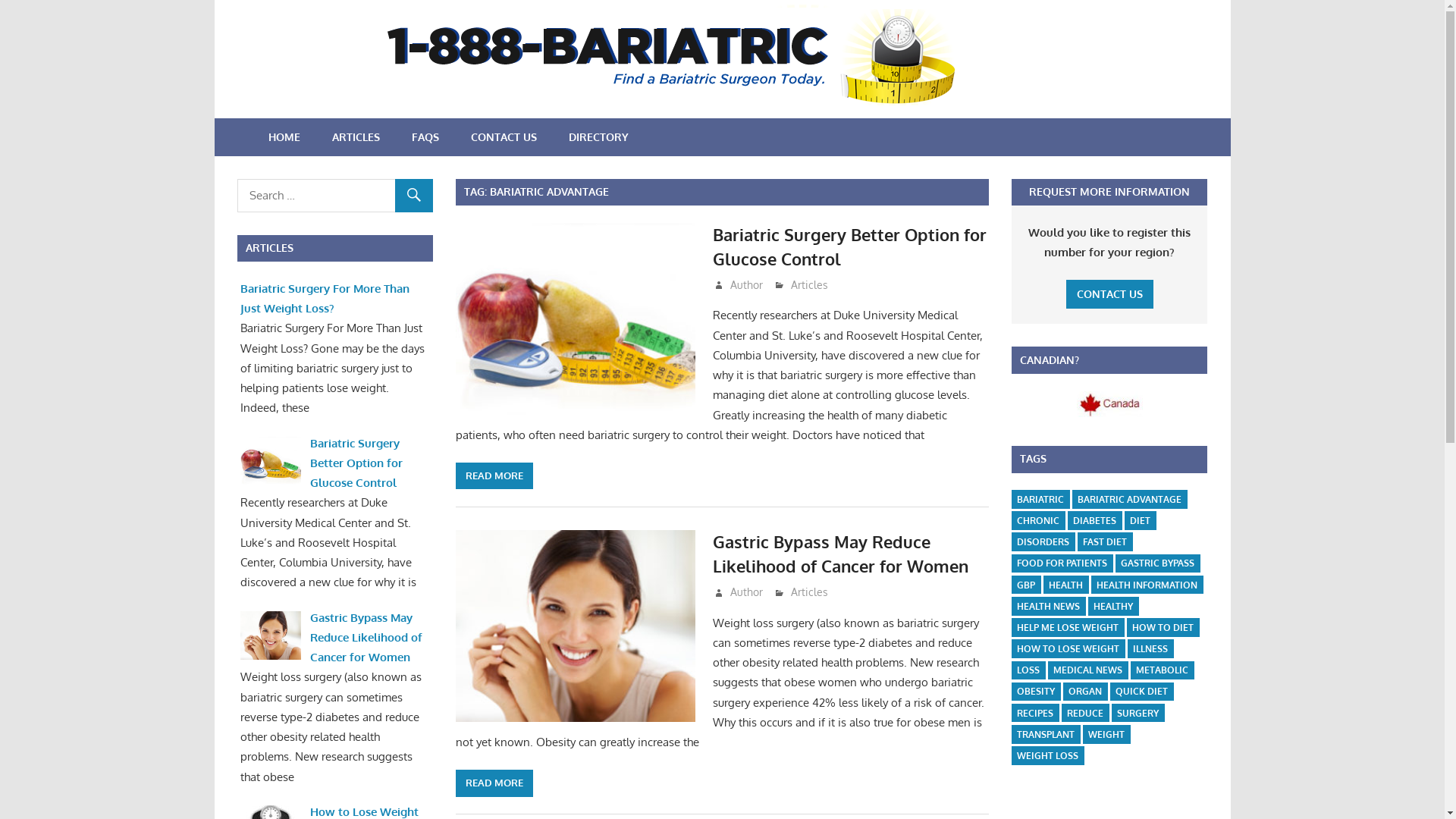 This screenshot has width=1456, height=819. What do you see at coordinates (746, 284) in the screenshot?
I see `'Author'` at bounding box center [746, 284].